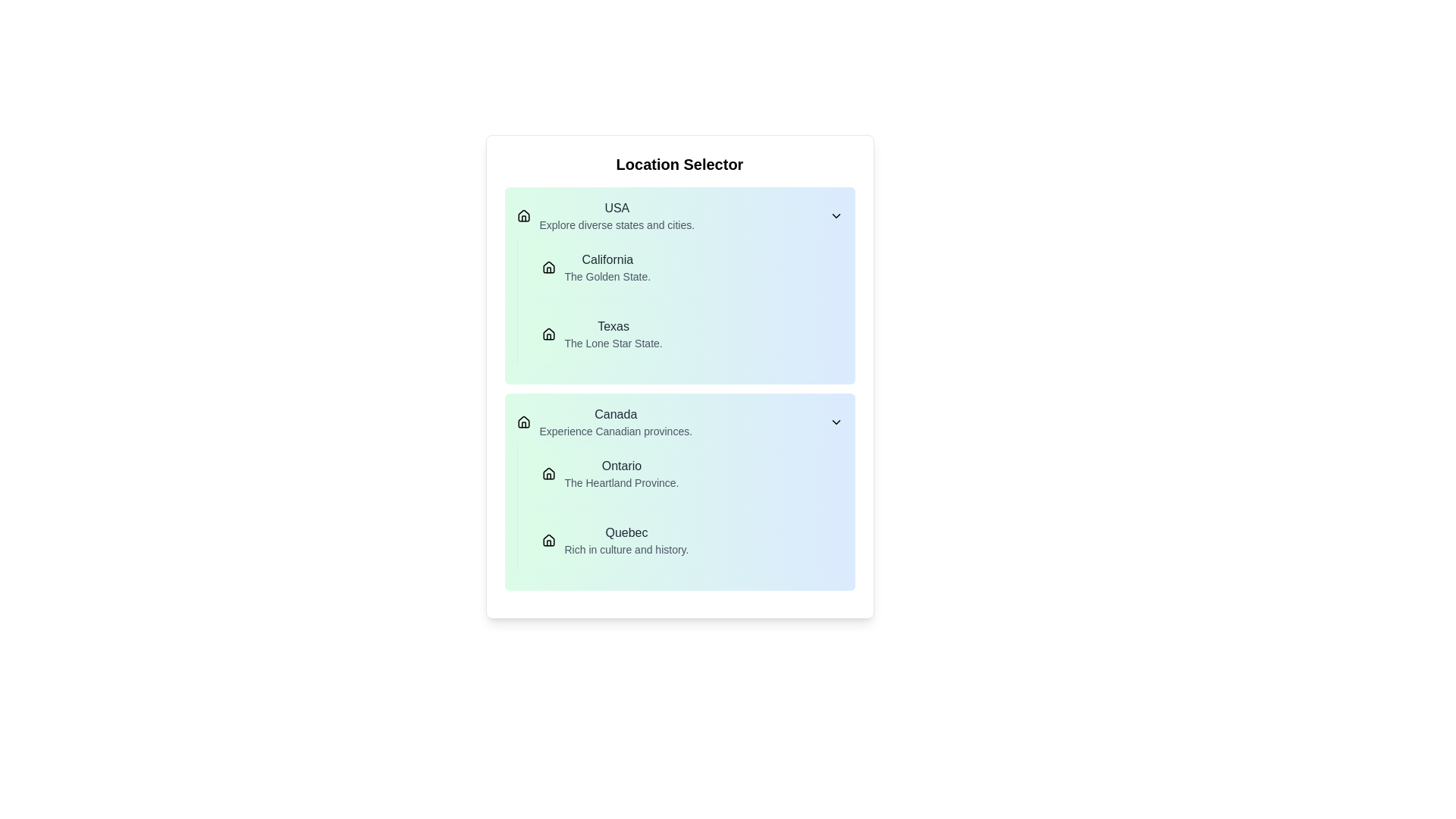  What do you see at coordinates (686, 267) in the screenshot?
I see `the California button in the Location Selector` at bounding box center [686, 267].